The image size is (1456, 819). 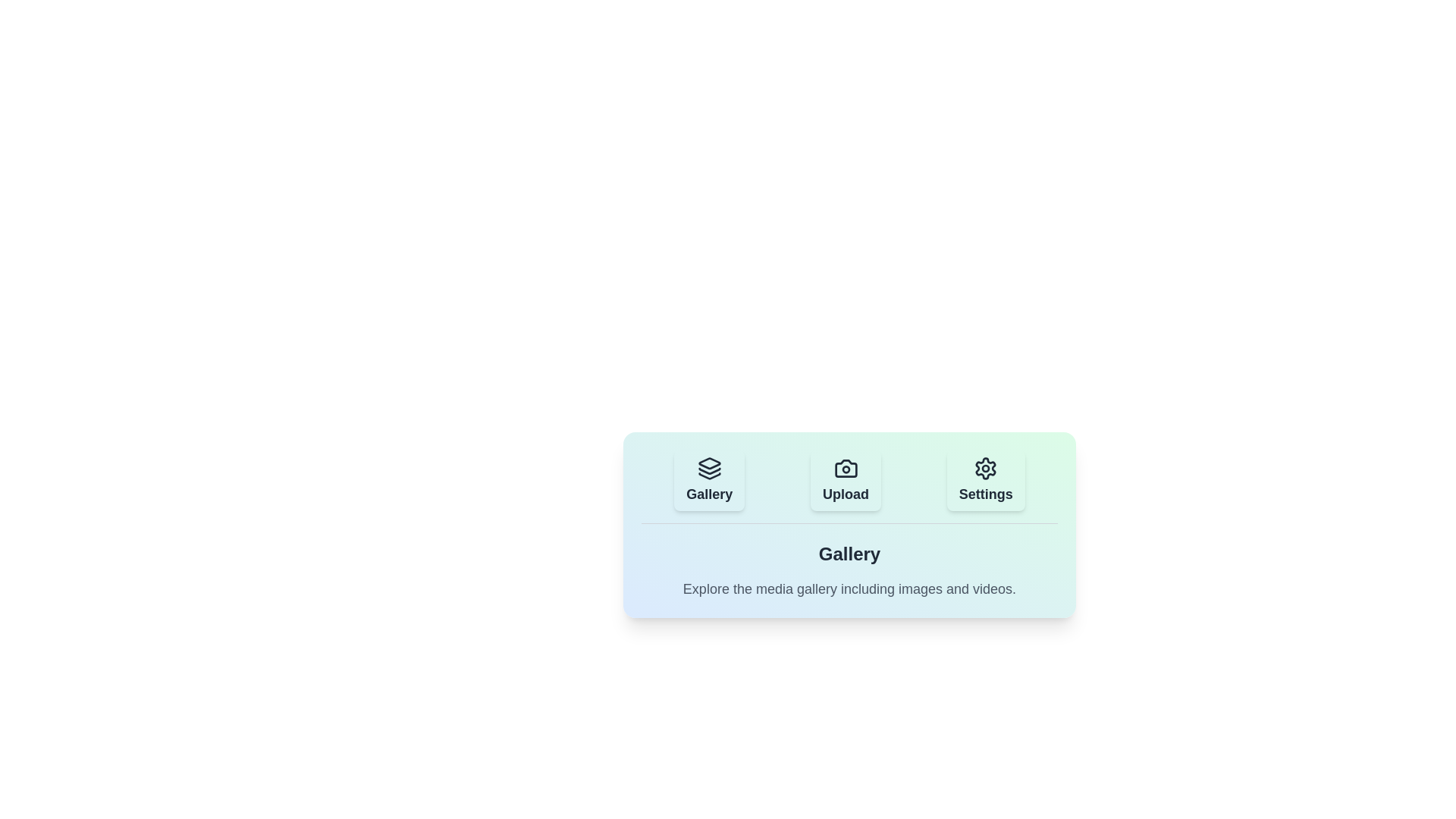 I want to click on the tab button labeled Settings to observe visual feedback, so click(x=986, y=480).